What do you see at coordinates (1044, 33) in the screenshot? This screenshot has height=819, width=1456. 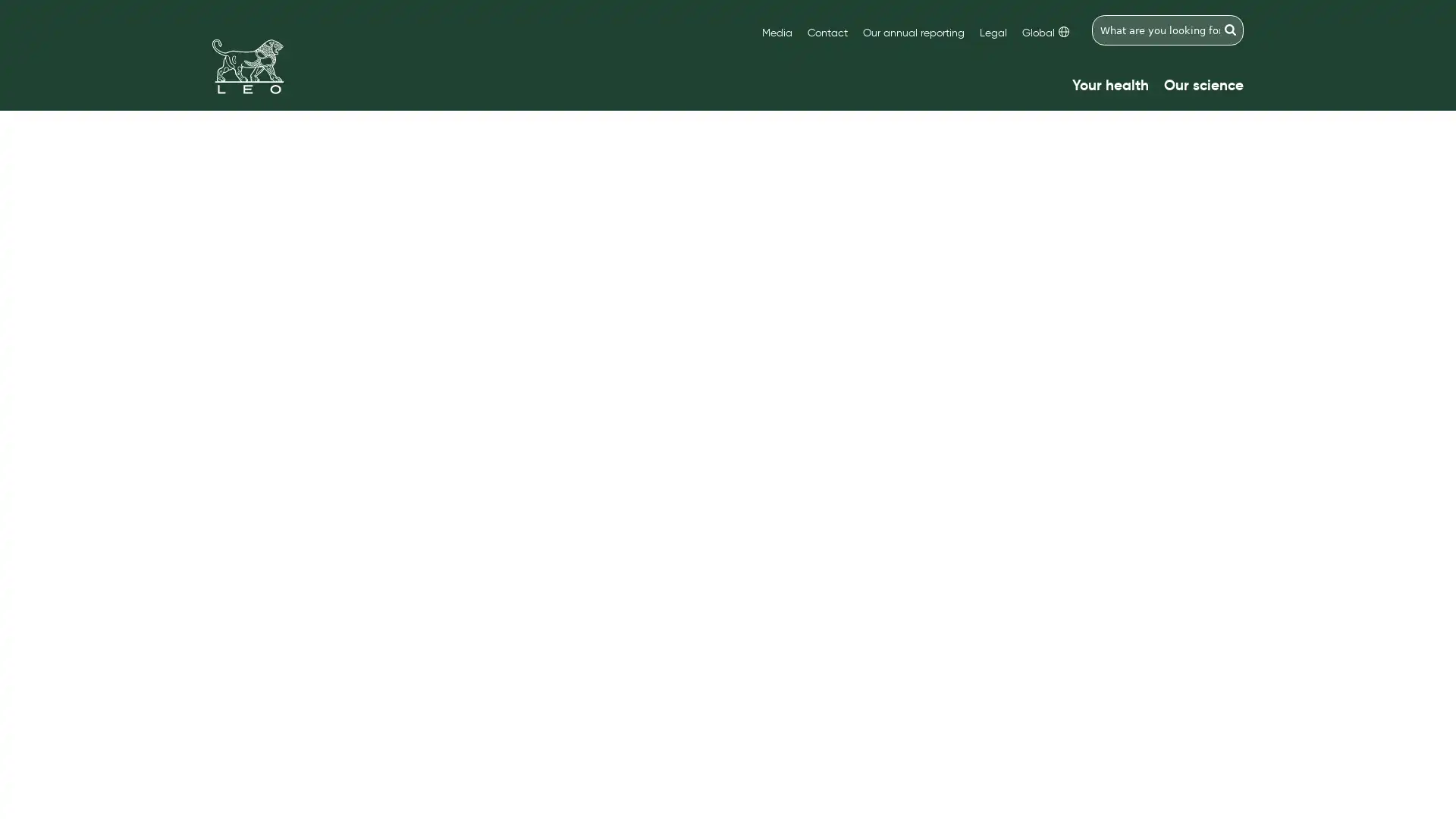 I see `Global` at bounding box center [1044, 33].